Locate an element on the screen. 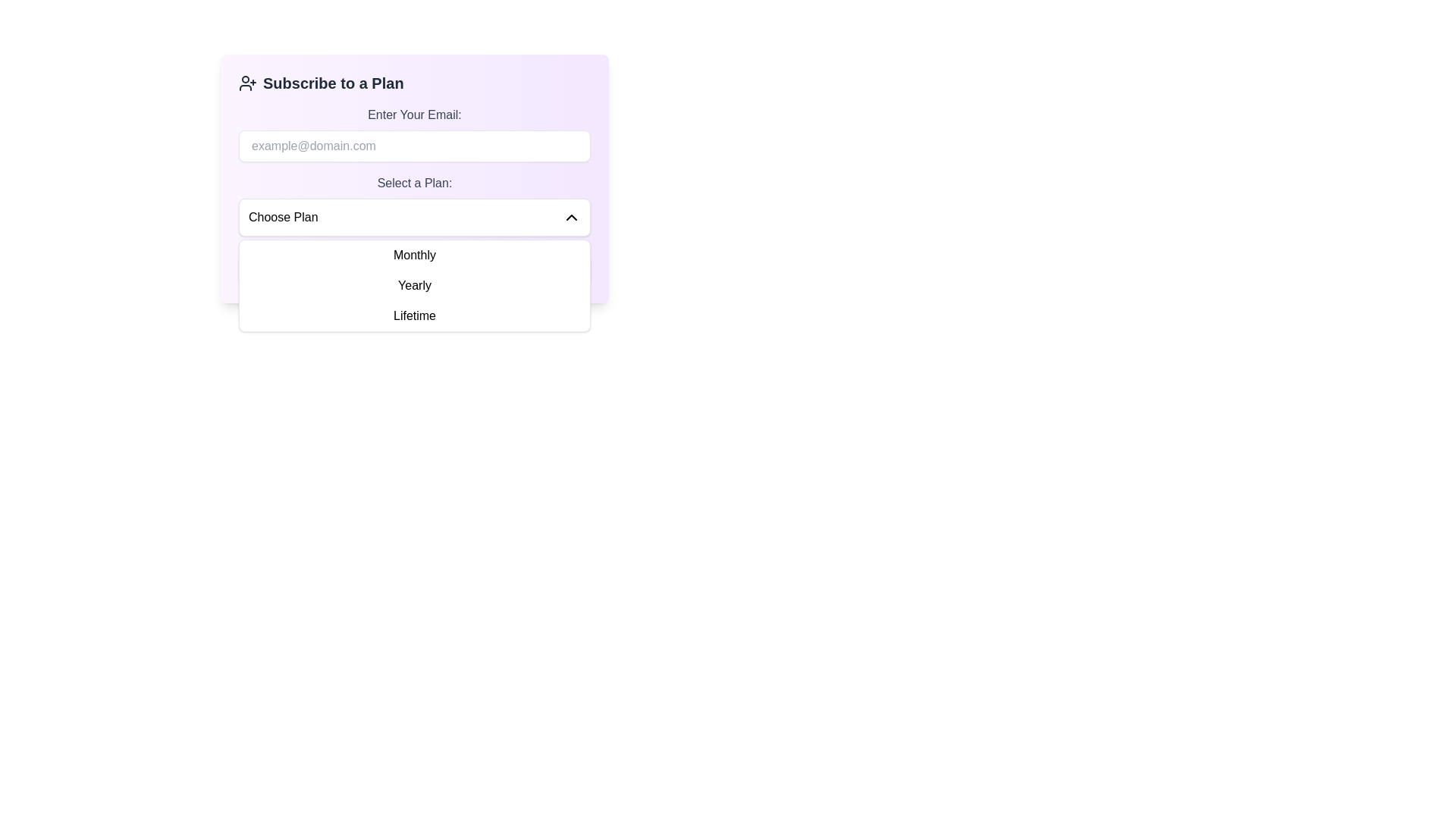 The image size is (1456, 819). the chevron icon is located at coordinates (570, 217).